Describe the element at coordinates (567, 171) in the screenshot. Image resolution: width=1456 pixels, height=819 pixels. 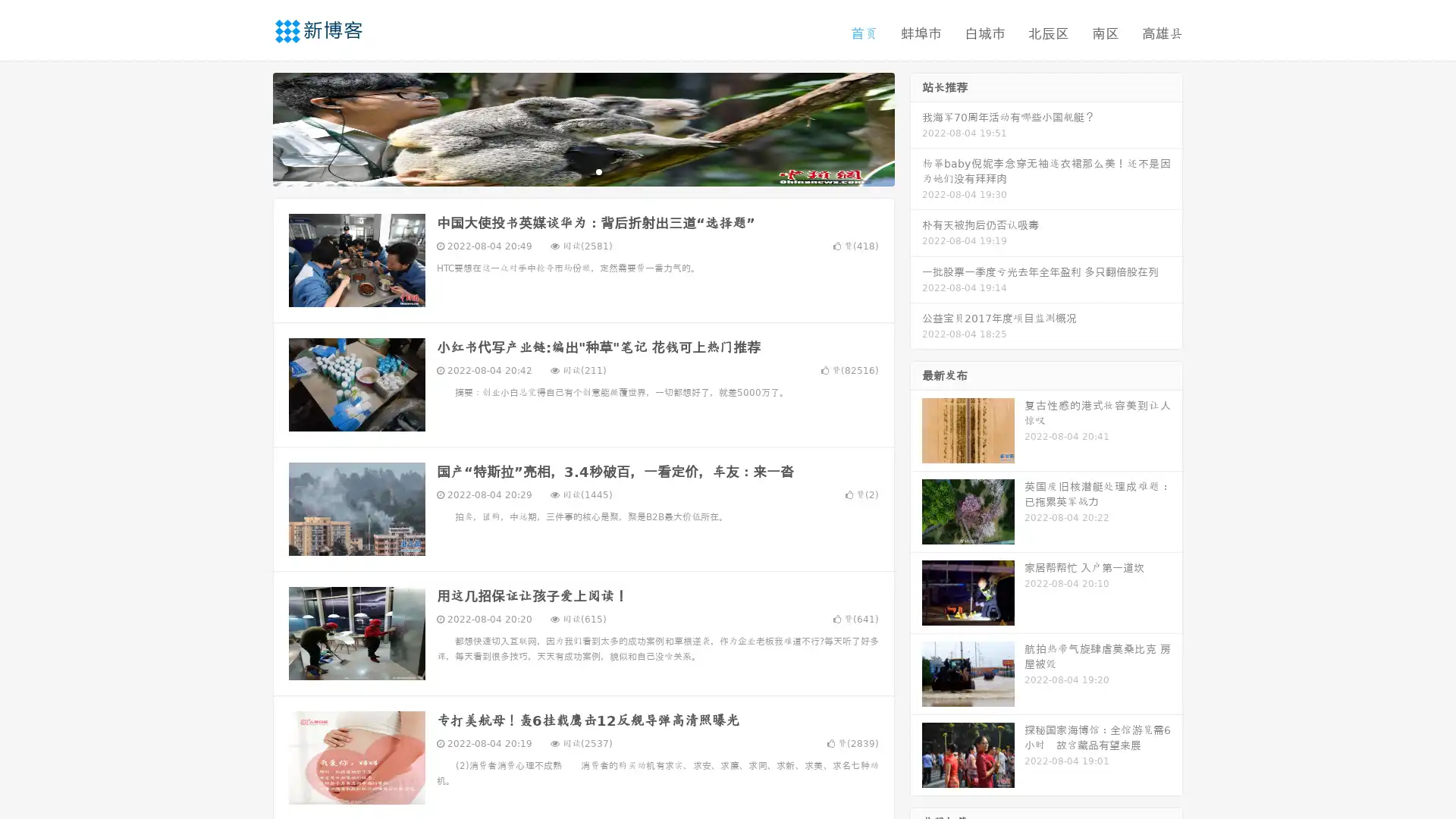
I see `Go to slide 1` at that location.